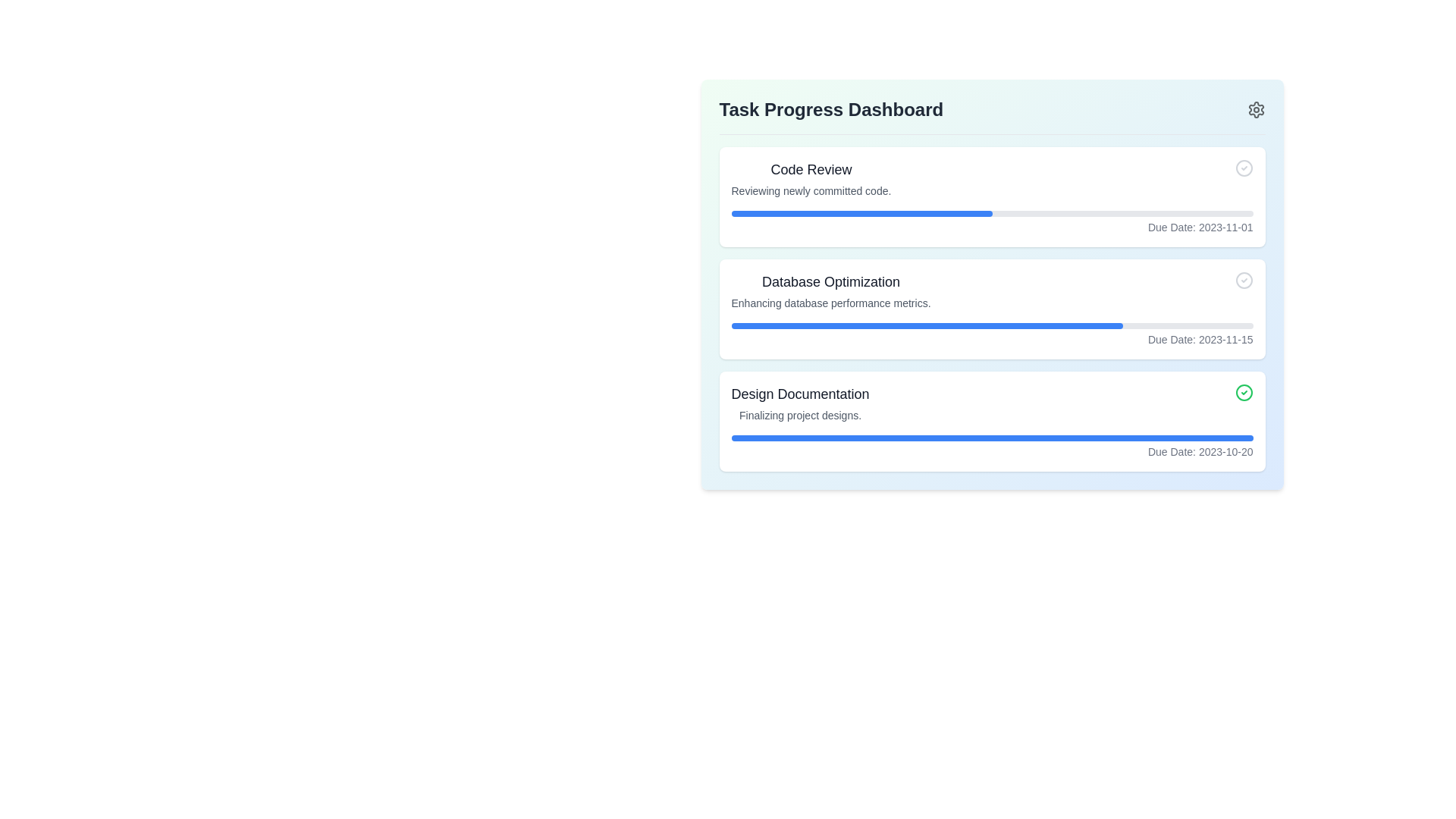 This screenshot has width=1456, height=819. What do you see at coordinates (830, 303) in the screenshot?
I see `the descriptive text located under the 'Database Optimization' heading, which provides additional context about the task` at bounding box center [830, 303].